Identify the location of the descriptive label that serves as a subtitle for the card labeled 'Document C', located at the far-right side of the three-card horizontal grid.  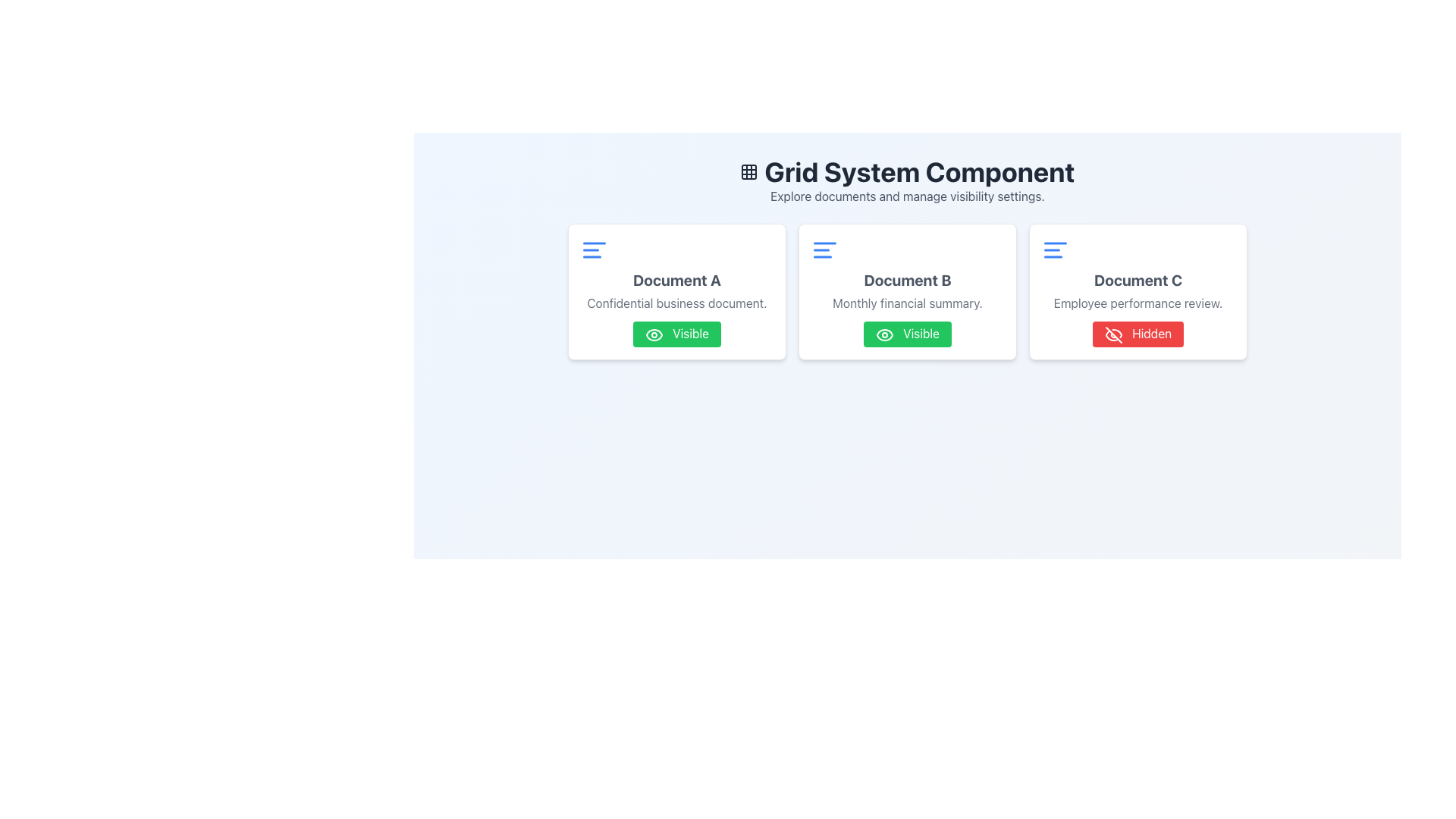
(1138, 303).